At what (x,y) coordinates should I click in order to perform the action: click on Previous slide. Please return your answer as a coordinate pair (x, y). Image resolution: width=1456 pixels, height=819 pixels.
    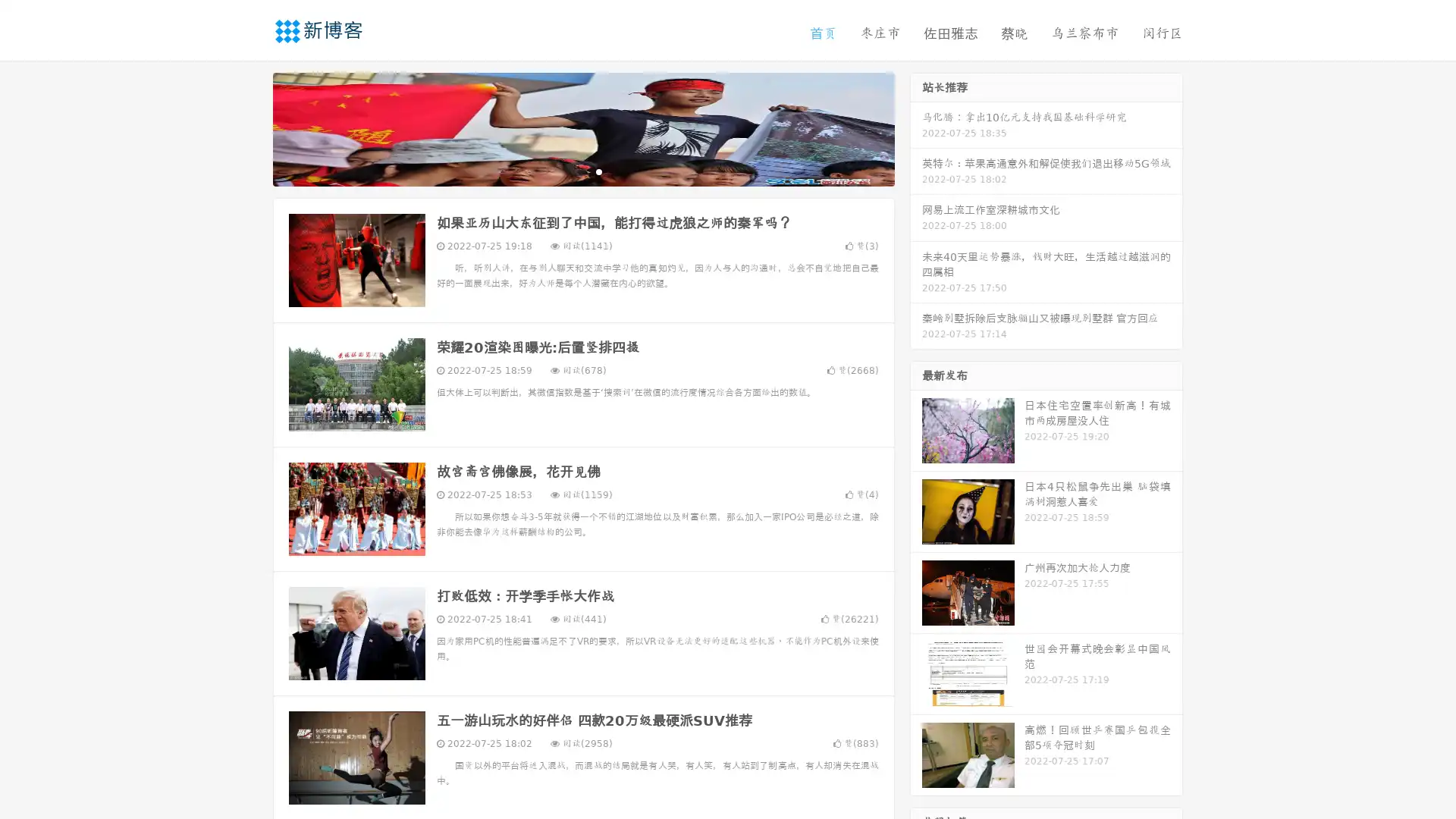
    Looking at the image, I should click on (250, 127).